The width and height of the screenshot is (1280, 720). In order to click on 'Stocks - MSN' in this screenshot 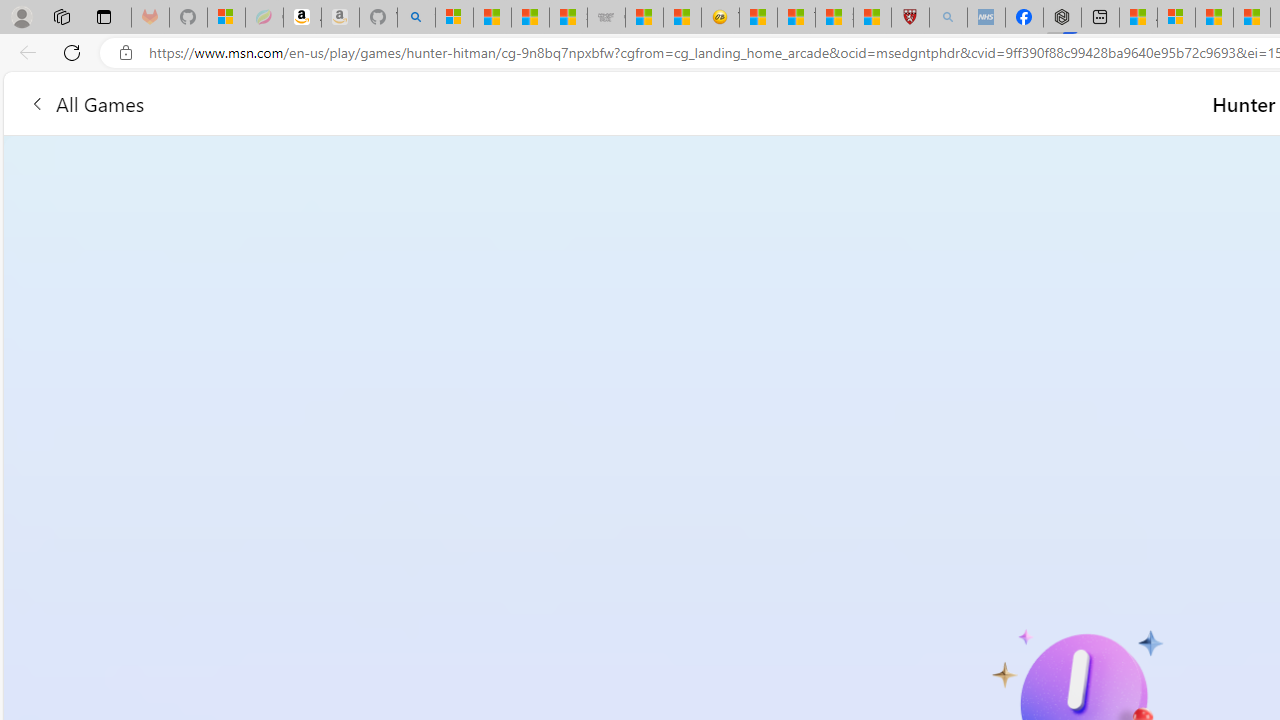, I will do `click(567, 17)`.